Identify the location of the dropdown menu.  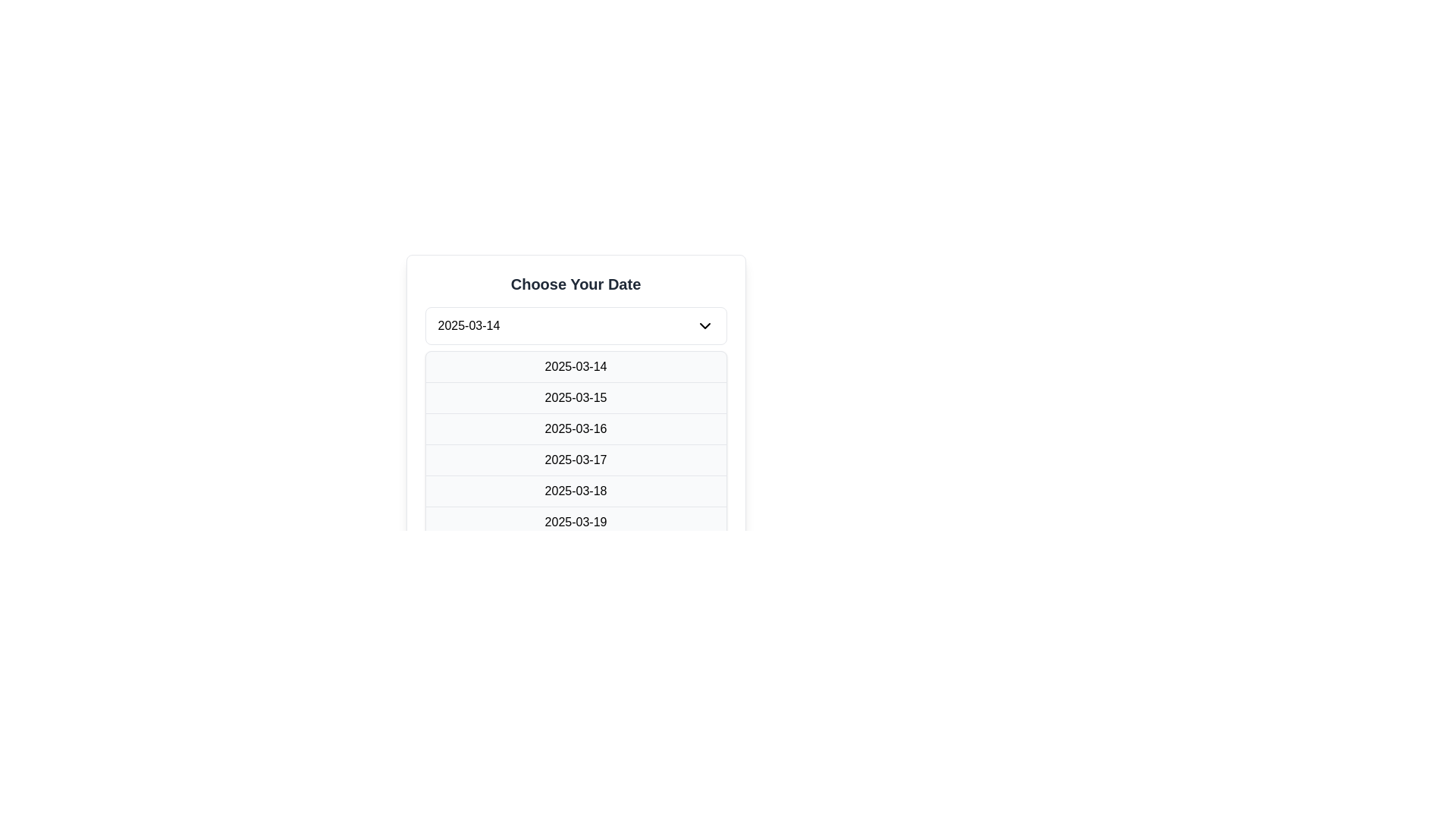
(575, 325).